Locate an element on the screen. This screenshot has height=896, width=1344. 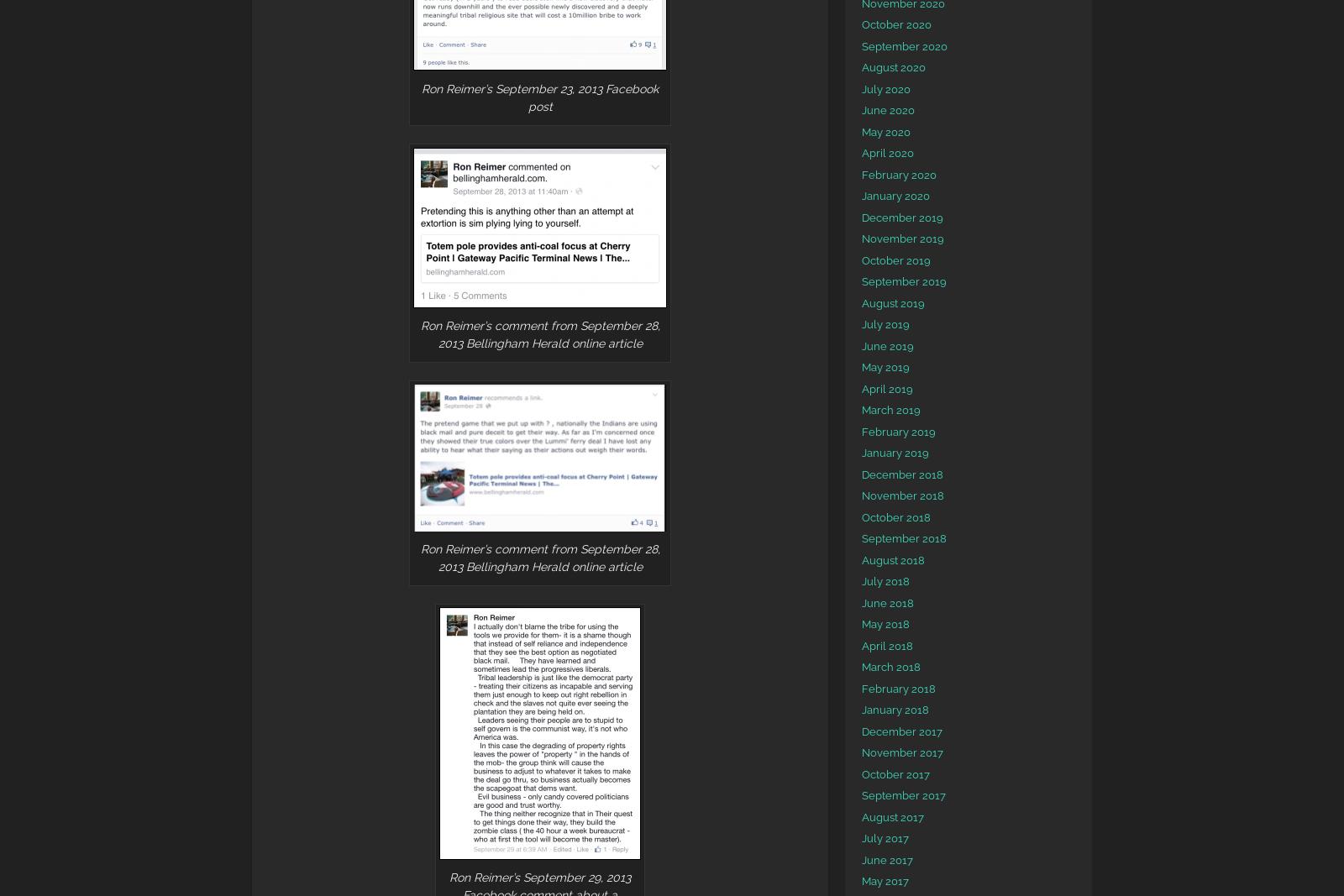
'February 2020' is located at coordinates (899, 174).